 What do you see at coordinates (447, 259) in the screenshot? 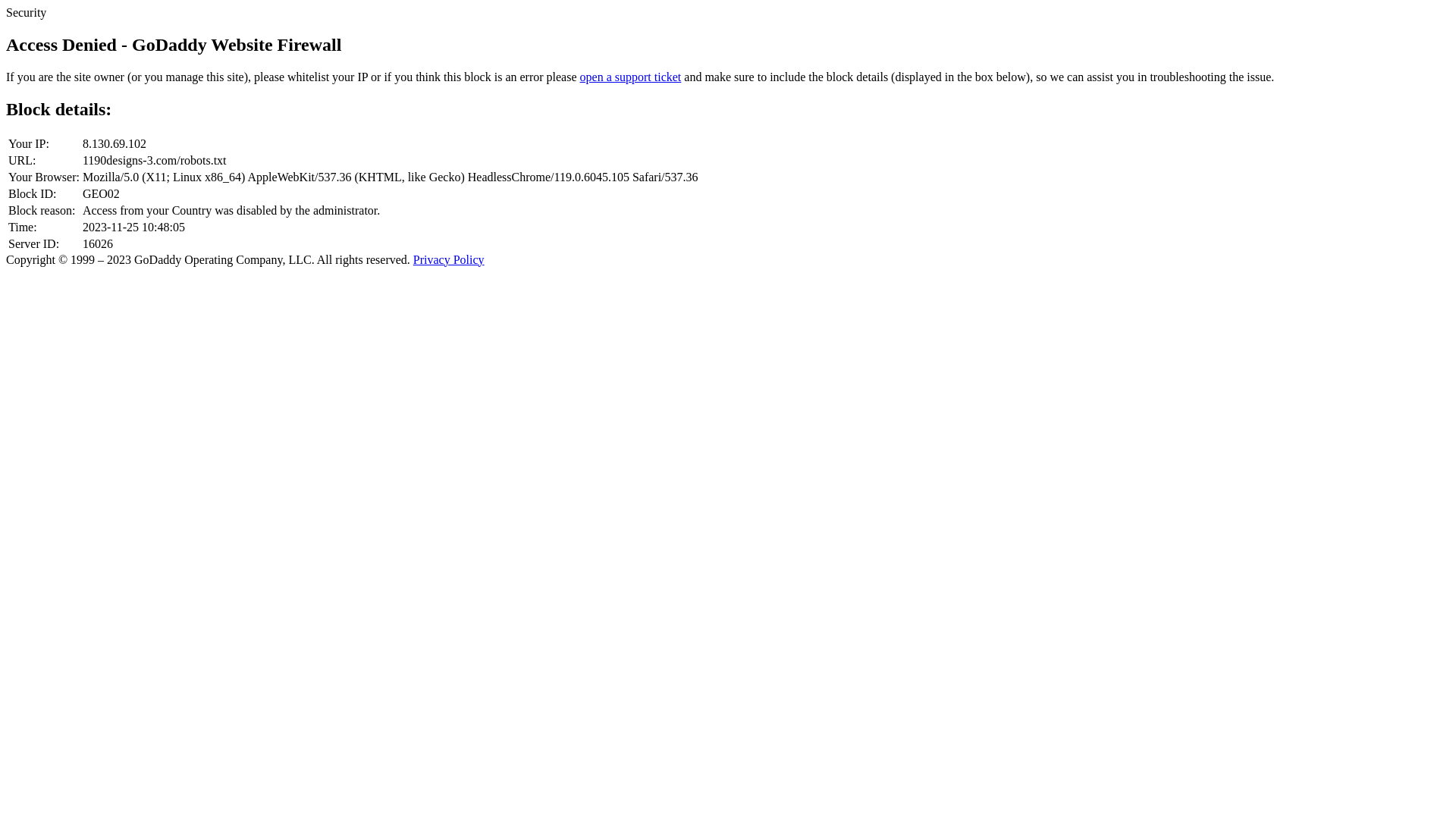
I see `'Privacy Policy'` at bounding box center [447, 259].